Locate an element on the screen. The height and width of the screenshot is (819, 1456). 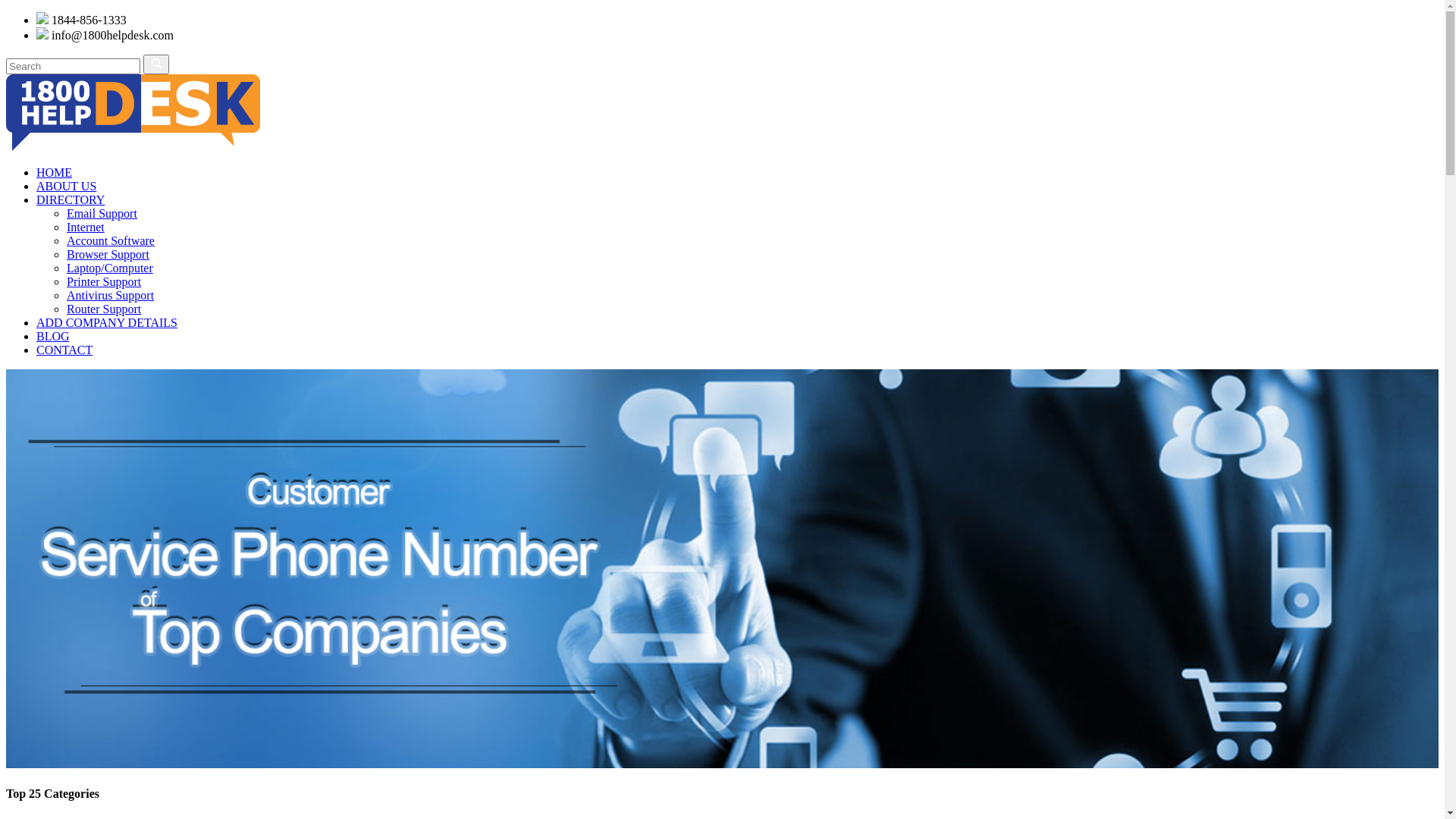
'CONTACT' is located at coordinates (64, 350).